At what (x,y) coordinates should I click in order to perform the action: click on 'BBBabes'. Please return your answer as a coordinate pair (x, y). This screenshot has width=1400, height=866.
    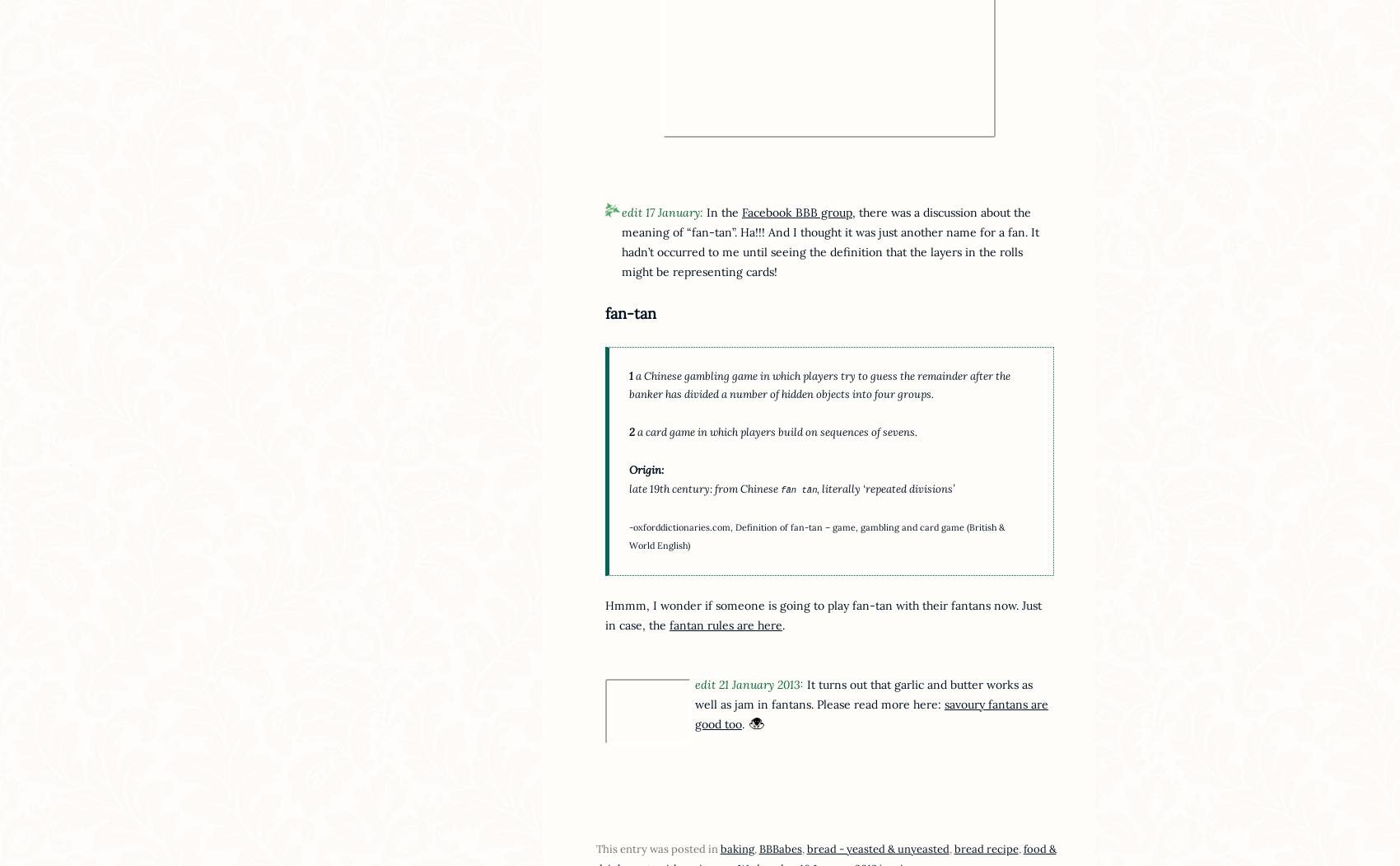
    Looking at the image, I should click on (780, 848).